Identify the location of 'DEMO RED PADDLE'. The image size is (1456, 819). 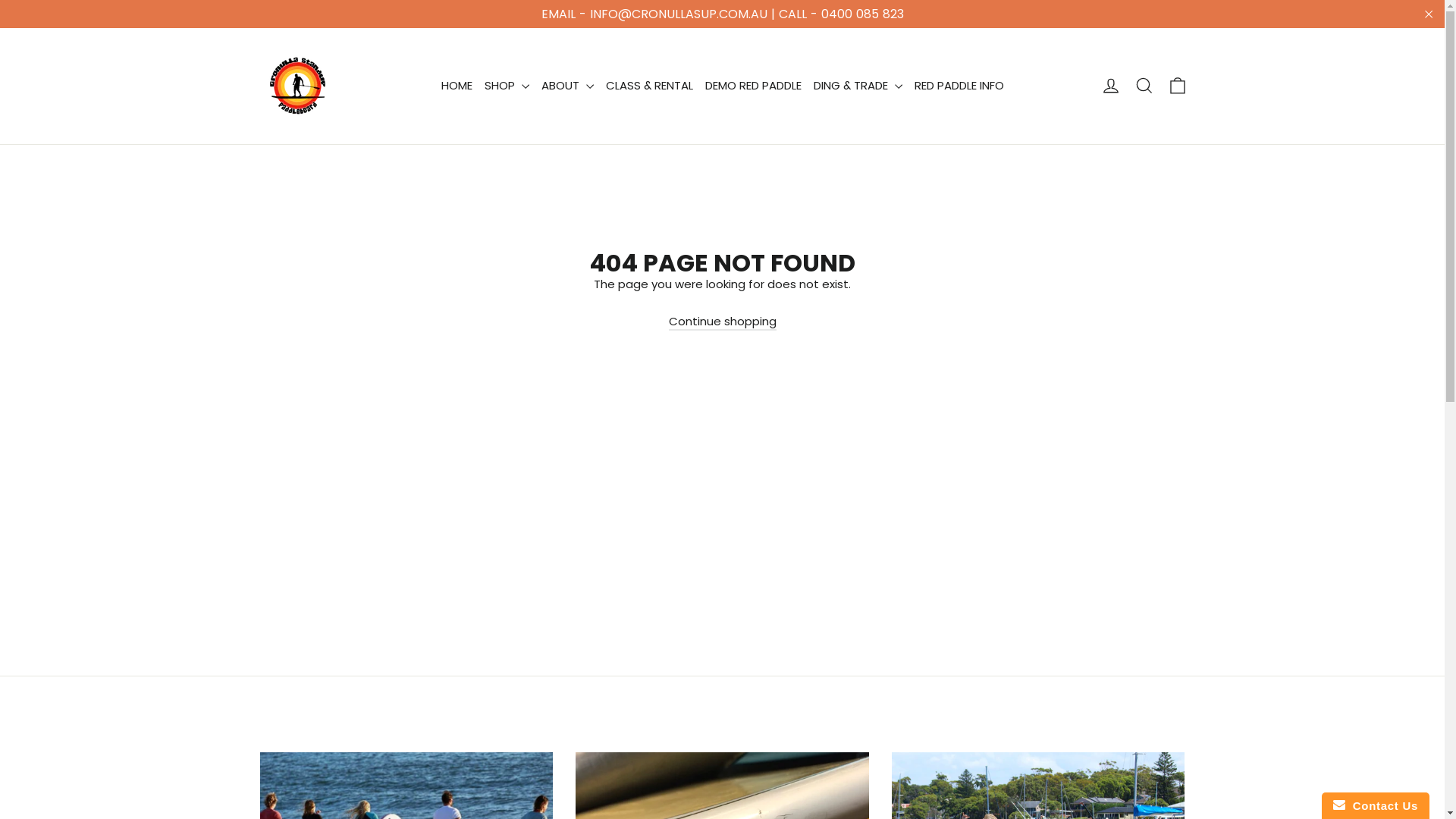
(753, 85).